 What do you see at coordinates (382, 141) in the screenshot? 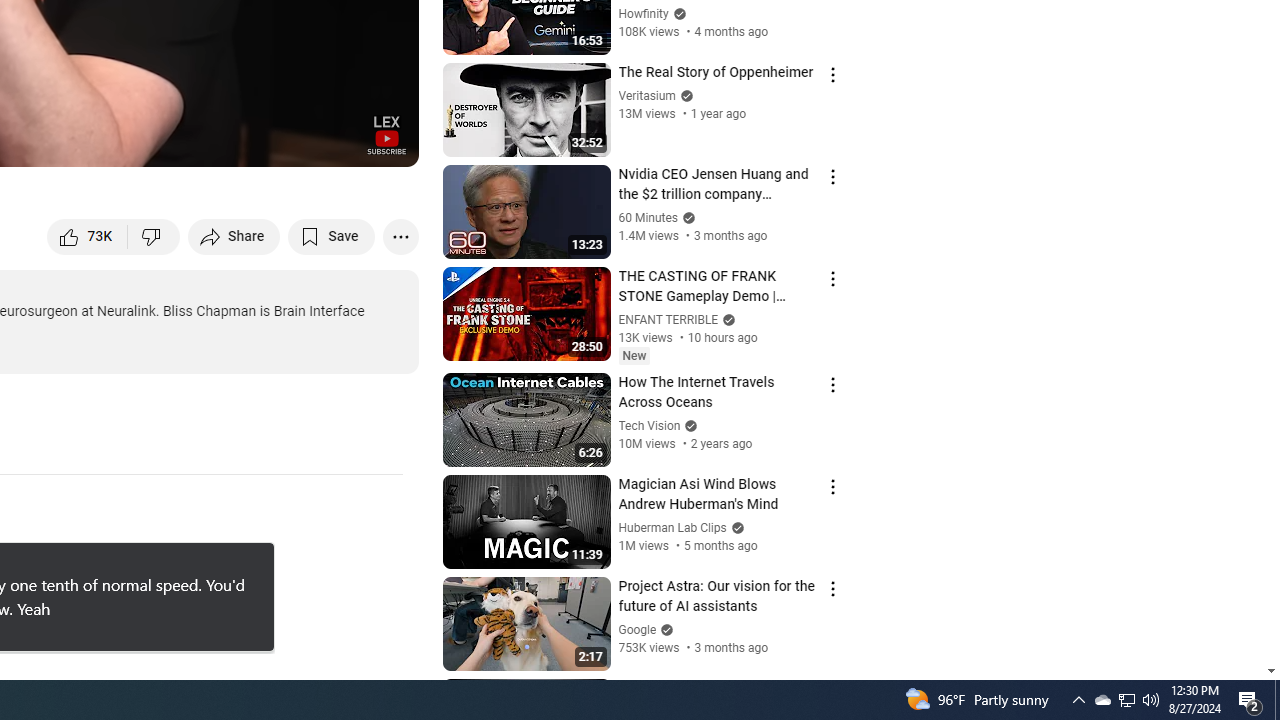
I see `'Full screen (f)'` at bounding box center [382, 141].